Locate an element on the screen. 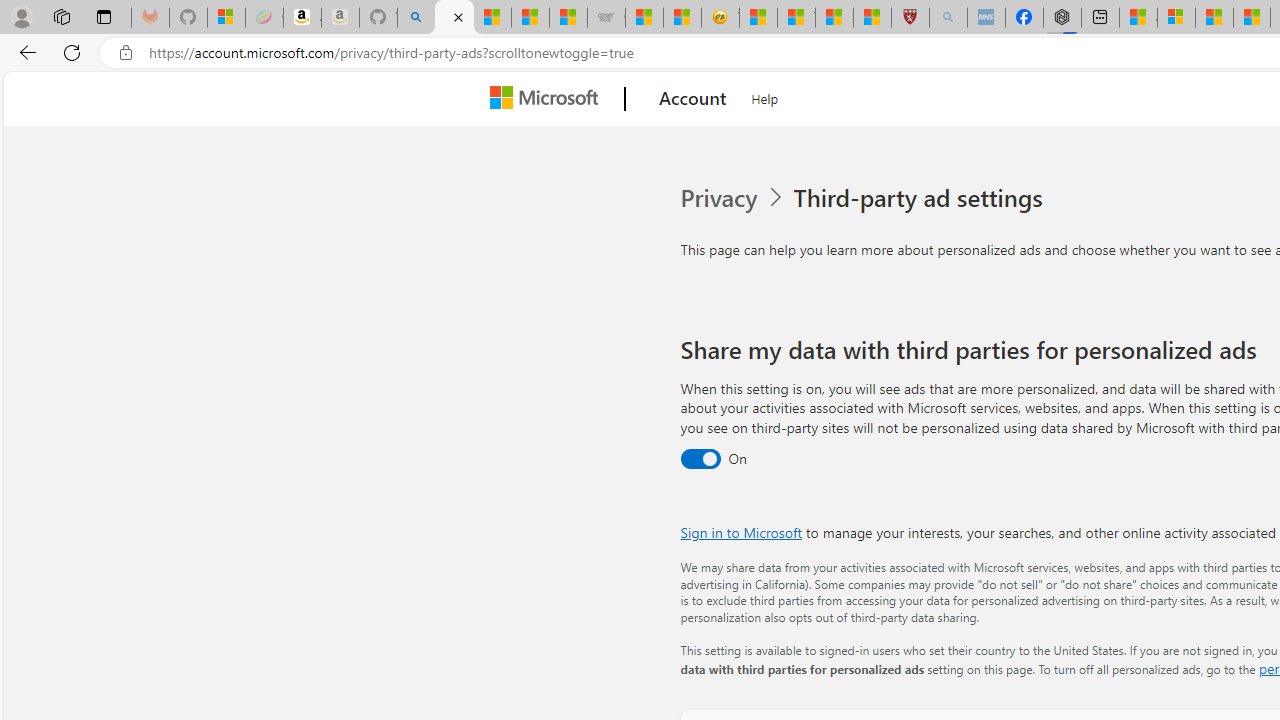  'Sign in to Microsoft' is located at coordinates (740, 531).